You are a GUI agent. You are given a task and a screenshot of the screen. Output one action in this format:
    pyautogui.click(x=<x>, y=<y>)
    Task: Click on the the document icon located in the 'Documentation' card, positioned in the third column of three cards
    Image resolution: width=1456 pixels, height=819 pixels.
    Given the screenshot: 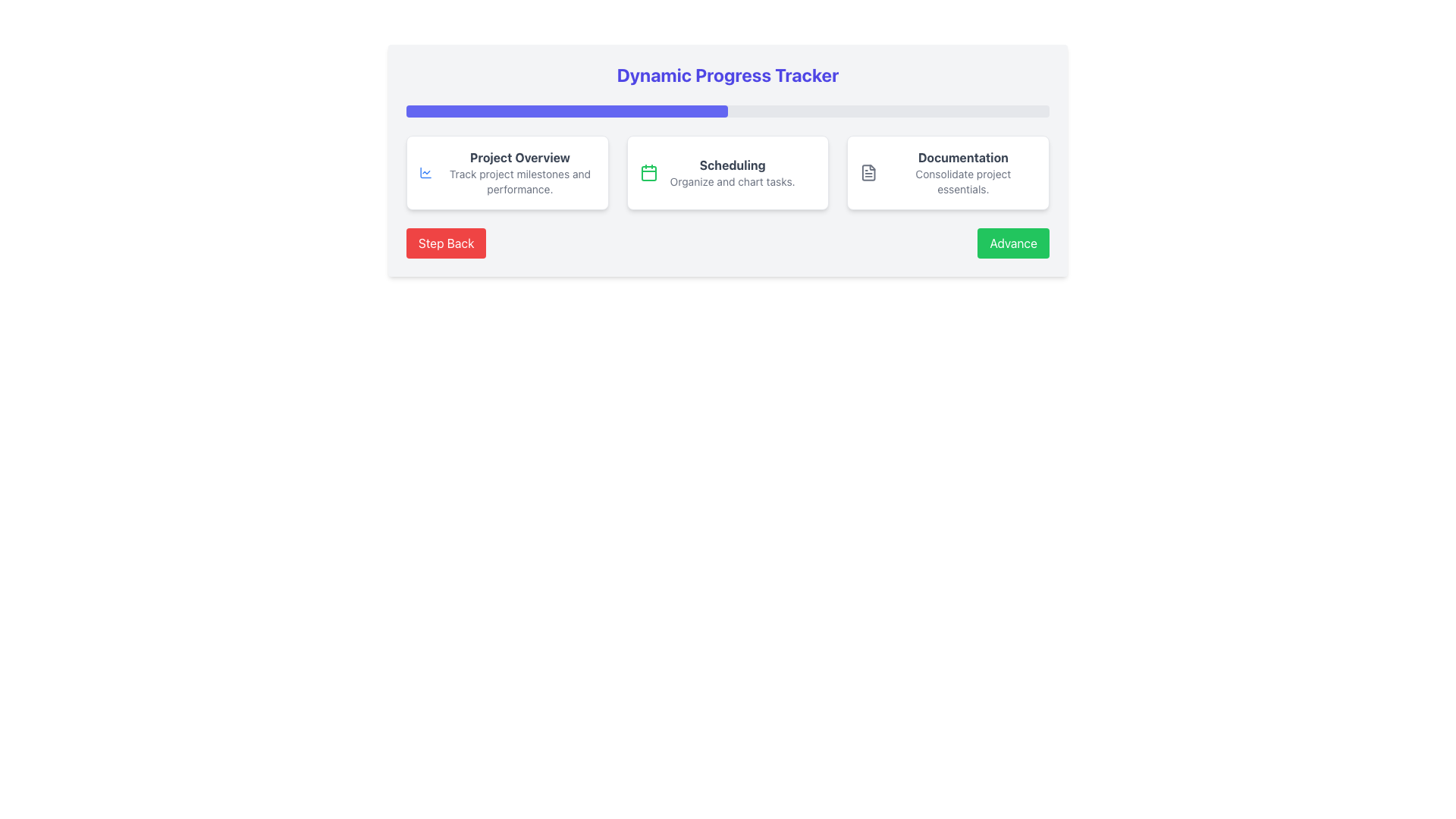 What is the action you would take?
    pyautogui.click(x=869, y=171)
    